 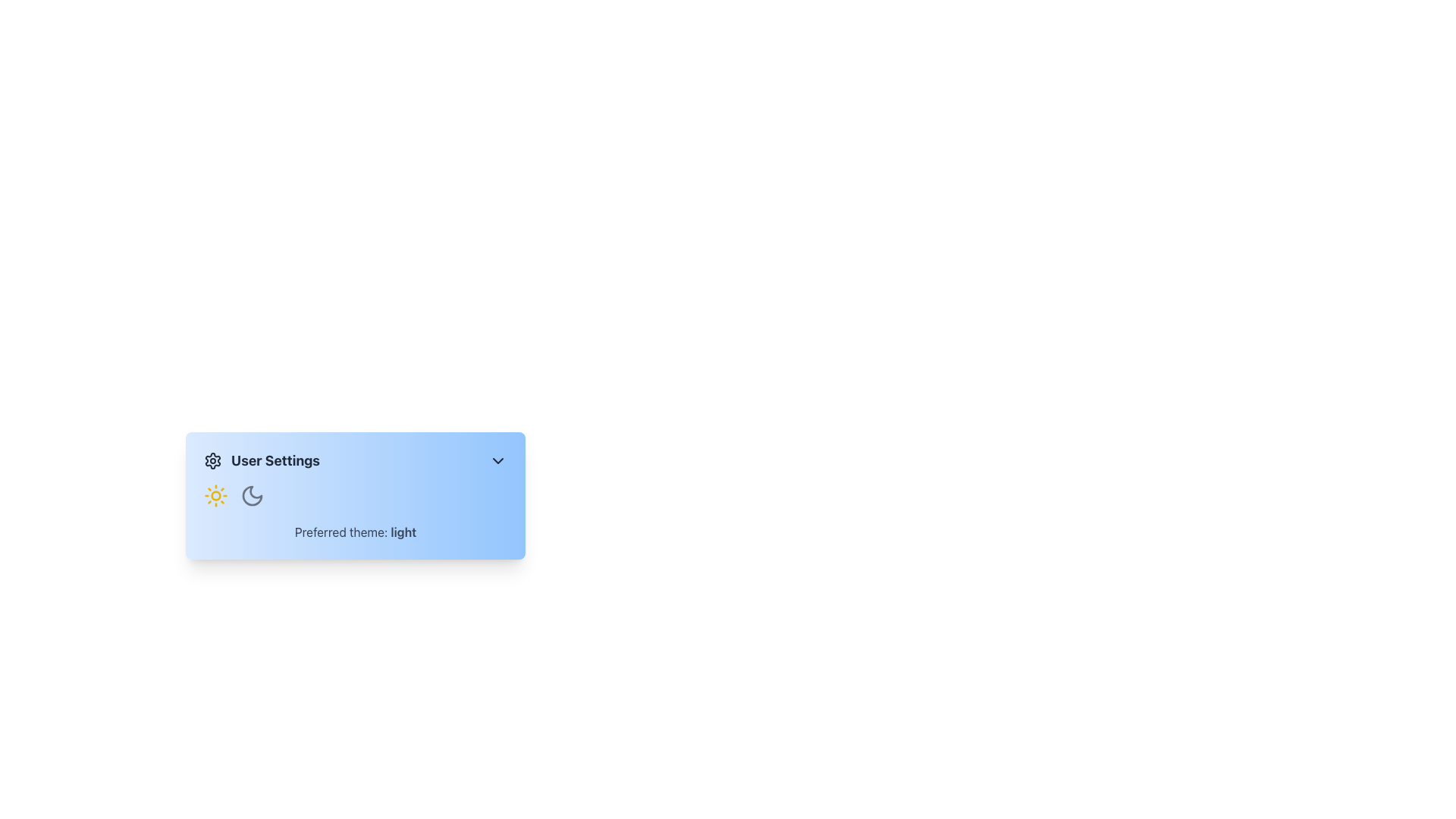 What do you see at coordinates (355, 532) in the screenshot?
I see `the text label displaying 'Preferred theme: light', which is part of the user settings dialog, located at the bottom section below the theme toggle icons` at bounding box center [355, 532].